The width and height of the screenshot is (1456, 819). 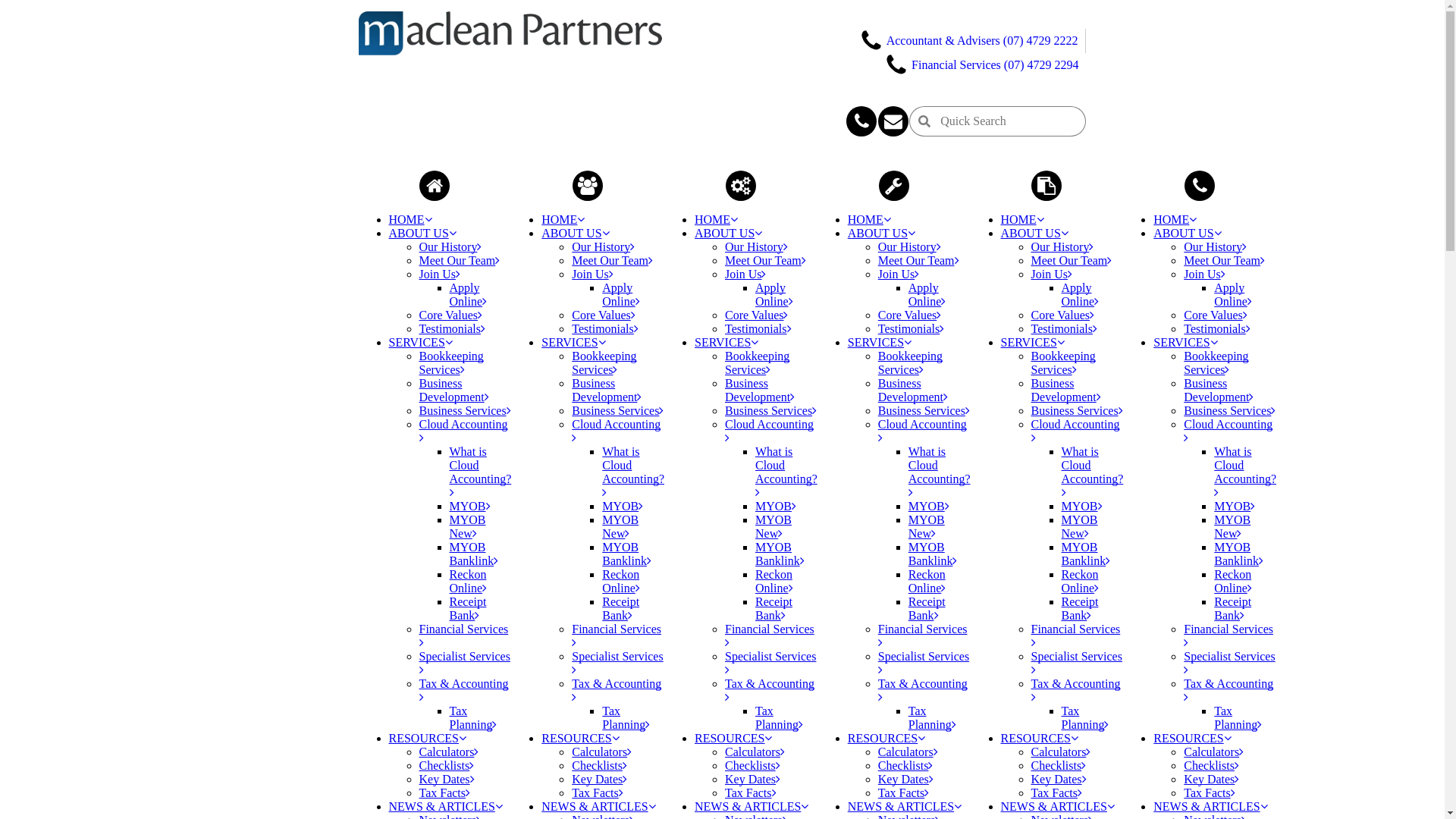 What do you see at coordinates (601, 471) in the screenshot?
I see `'What is Cloud Accounting?'` at bounding box center [601, 471].